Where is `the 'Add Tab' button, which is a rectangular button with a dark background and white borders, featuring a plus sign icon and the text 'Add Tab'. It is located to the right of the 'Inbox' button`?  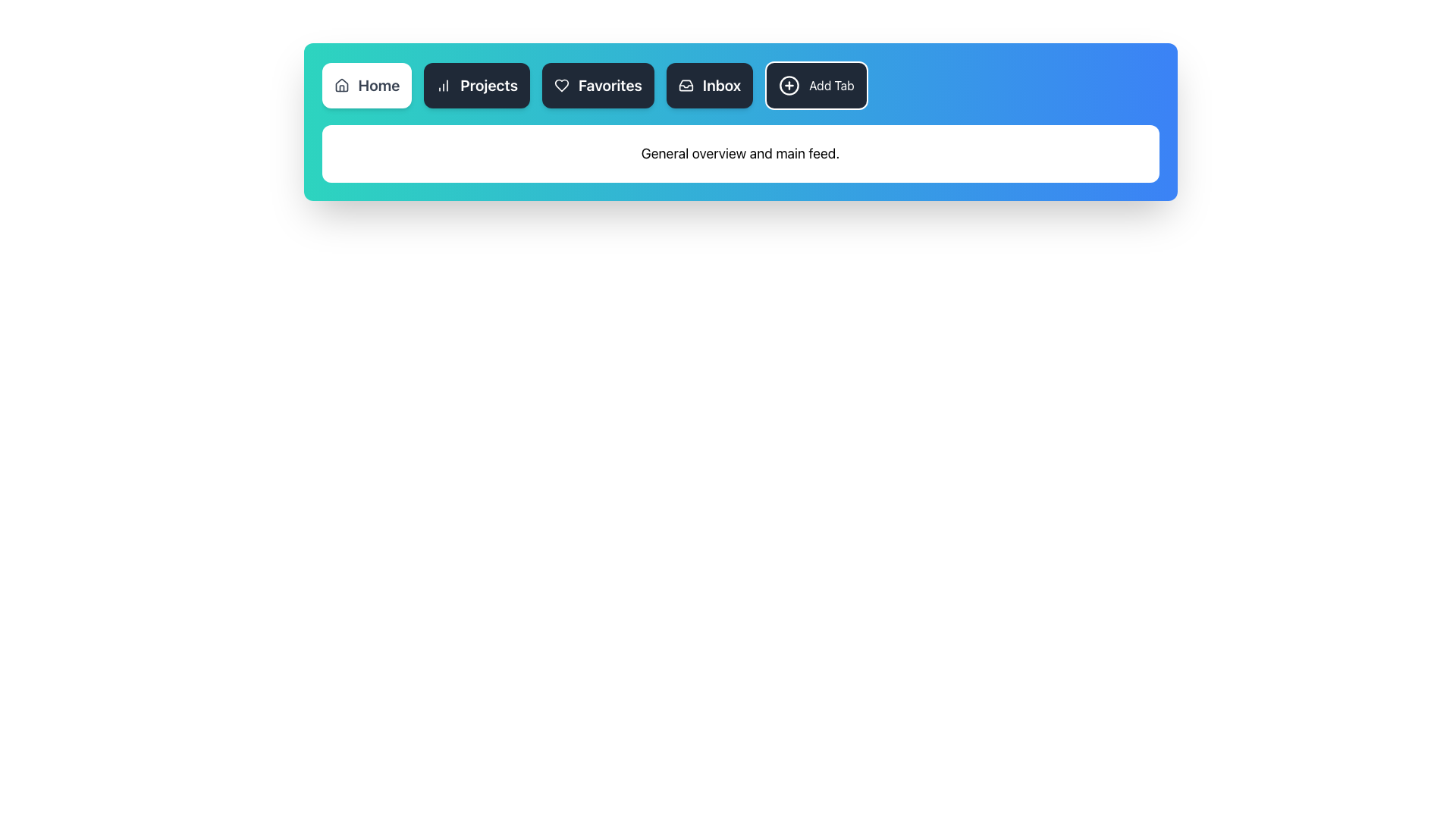
the 'Add Tab' button, which is a rectangular button with a dark background and white borders, featuring a plus sign icon and the text 'Add Tab'. It is located to the right of the 'Inbox' button is located at coordinates (815, 85).